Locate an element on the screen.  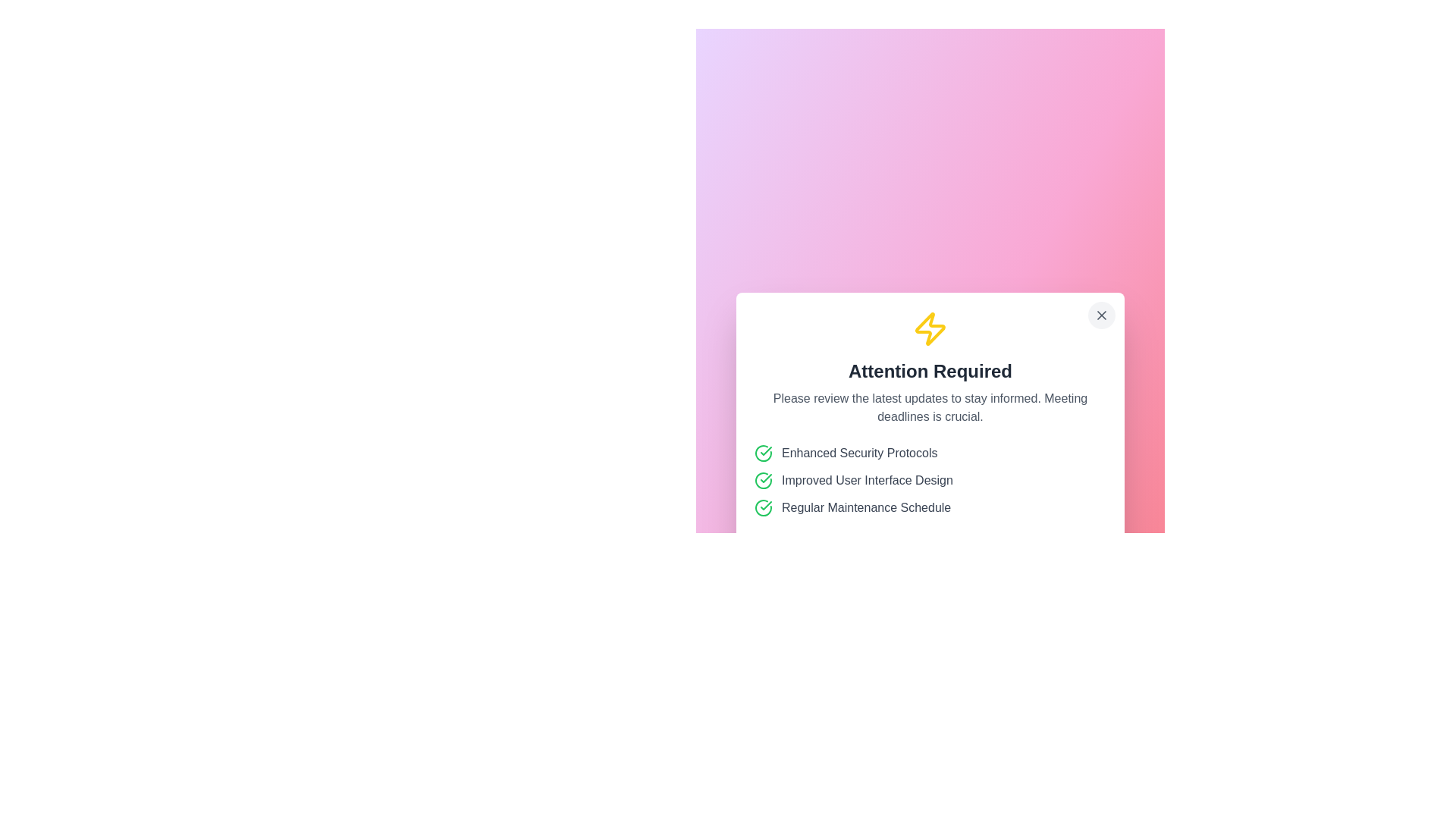
text label displaying 'Regular Maintenance Schedule', which is styled in gray and is the third item in a vertical list, located within a white card UI on a pink-and-purple background is located at coordinates (866, 508).